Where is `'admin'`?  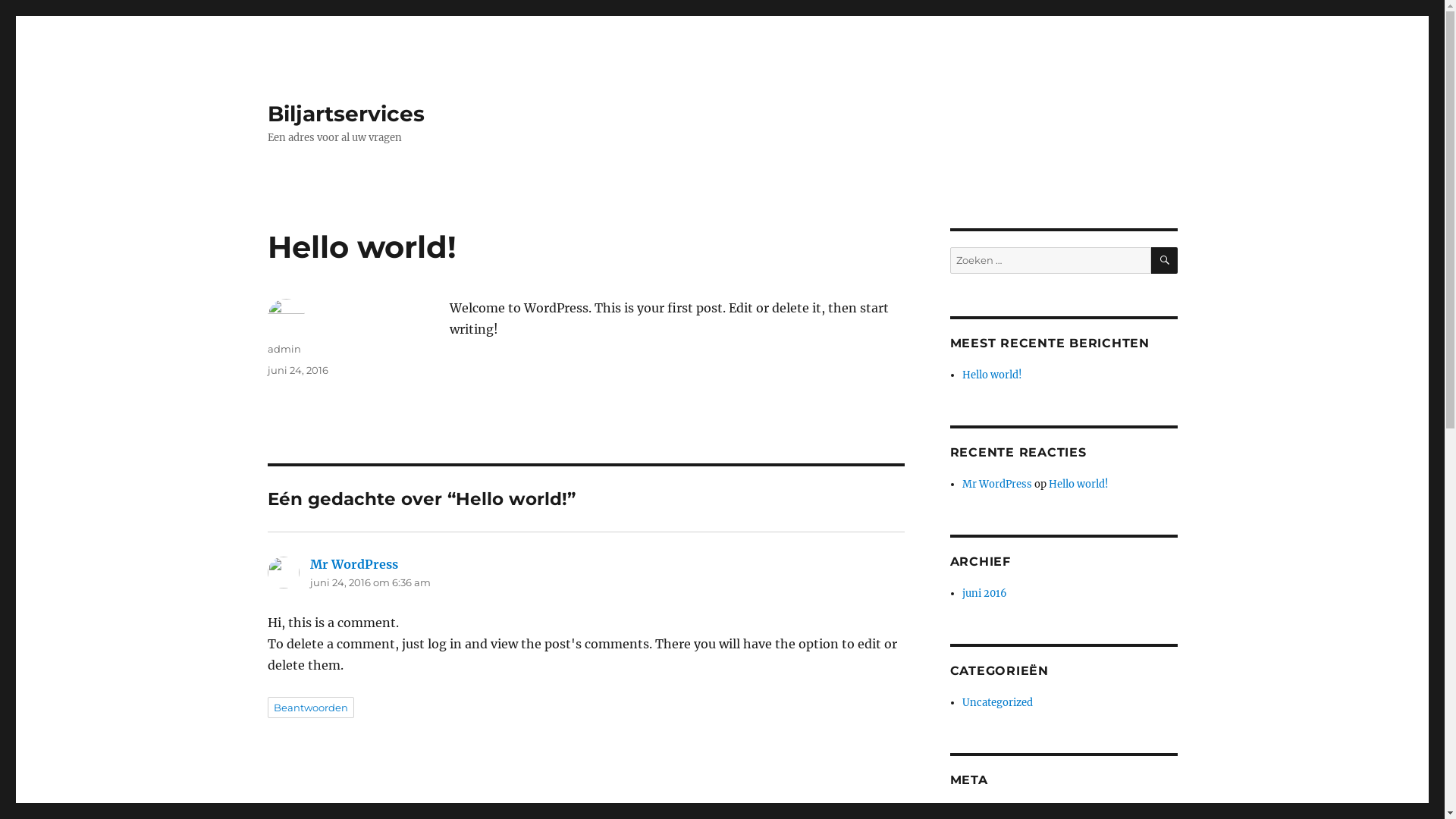 'admin' is located at coordinates (266, 348).